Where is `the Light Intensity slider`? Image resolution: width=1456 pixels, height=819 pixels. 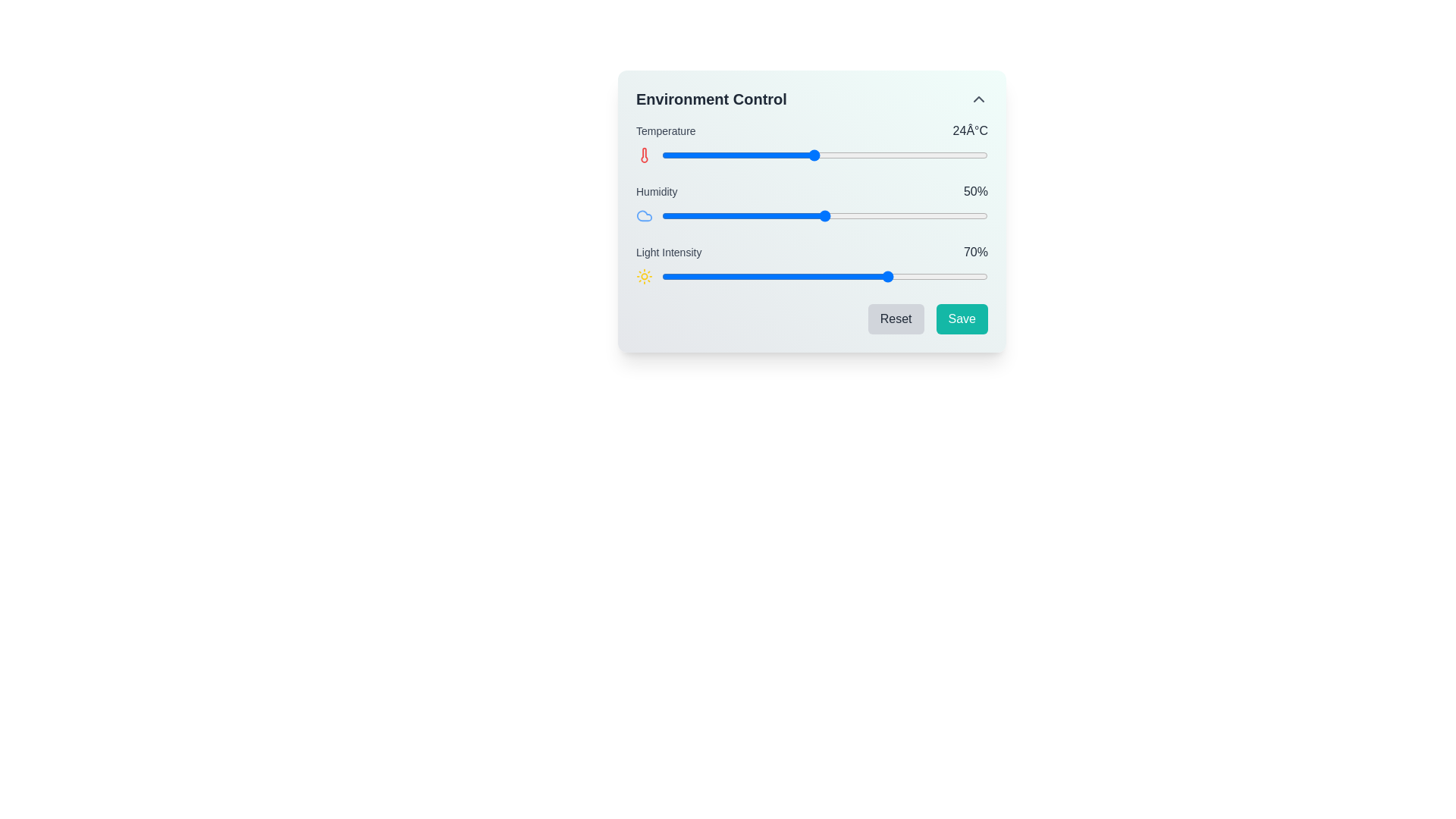 the Light Intensity slider is located at coordinates (746, 277).